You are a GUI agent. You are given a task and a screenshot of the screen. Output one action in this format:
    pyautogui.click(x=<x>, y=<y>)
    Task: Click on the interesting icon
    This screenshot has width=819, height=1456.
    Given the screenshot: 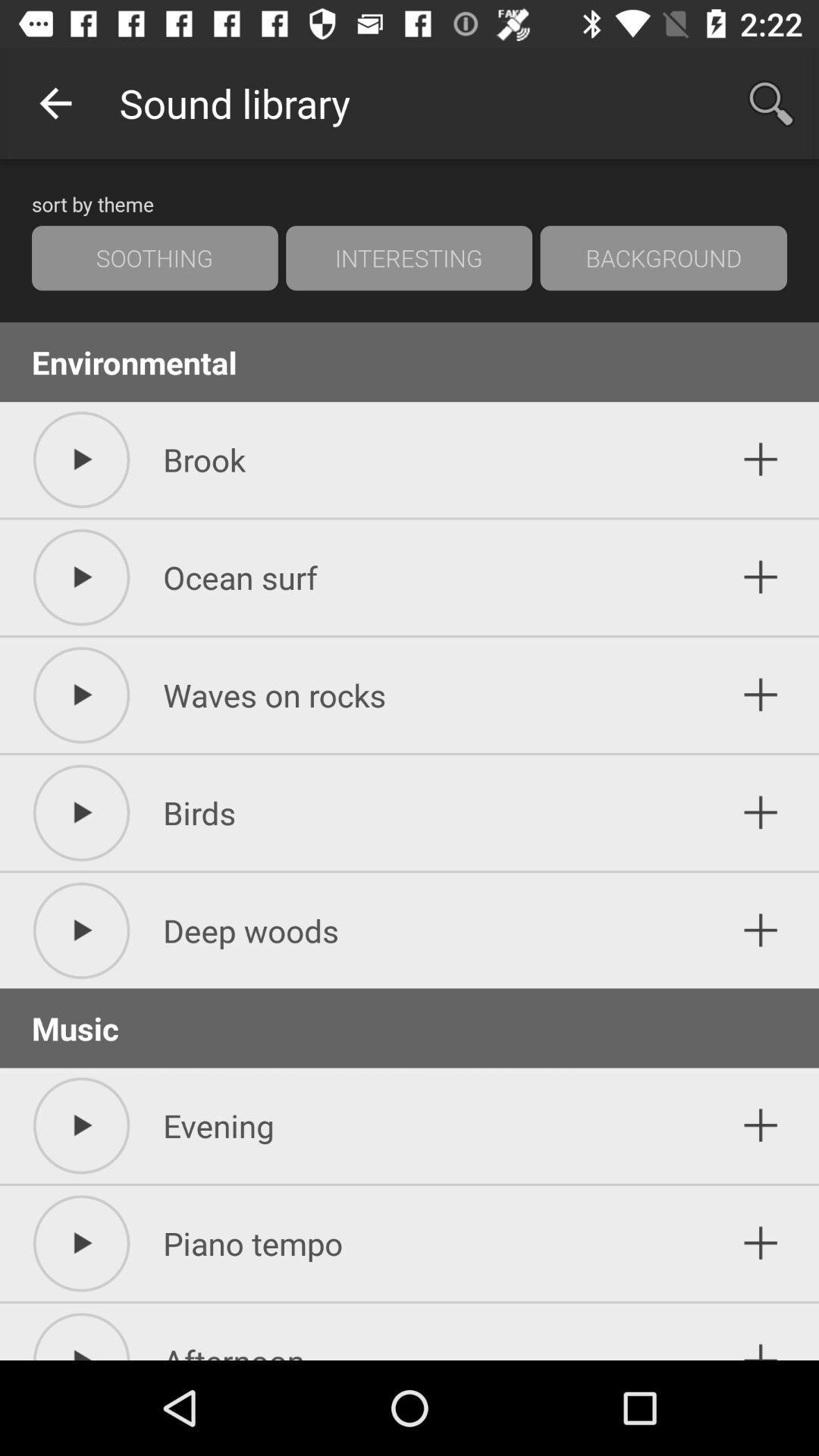 What is the action you would take?
    pyautogui.click(x=408, y=258)
    